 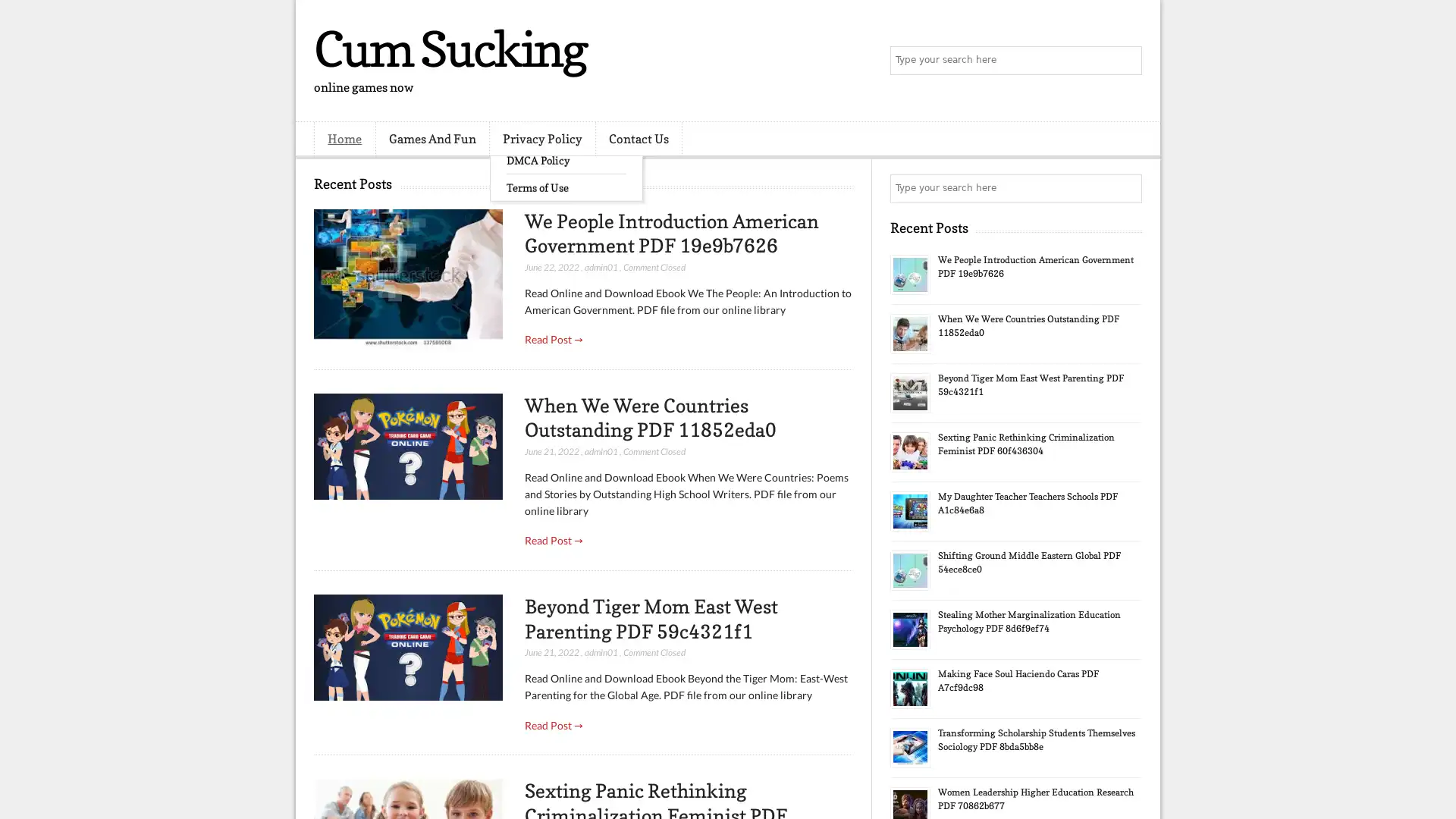 What do you see at coordinates (1126, 61) in the screenshot?
I see `Search` at bounding box center [1126, 61].